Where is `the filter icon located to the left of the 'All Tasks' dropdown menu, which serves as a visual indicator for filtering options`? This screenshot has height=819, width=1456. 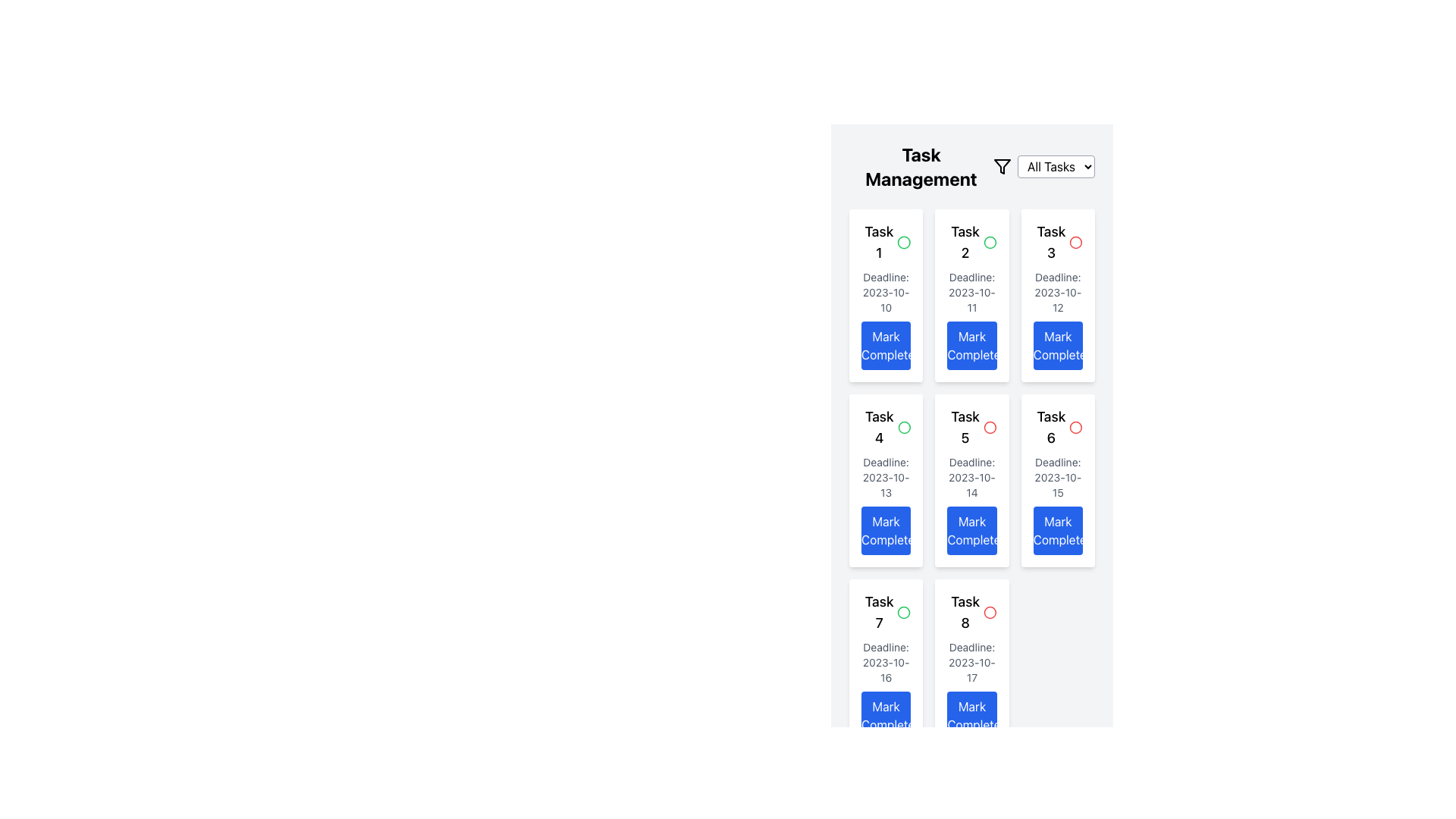
the filter icon located to the left of the 'All Tasks' dropdown menu, which serves as a visual indicator for filtering options is located at coordinates (1002, 166).